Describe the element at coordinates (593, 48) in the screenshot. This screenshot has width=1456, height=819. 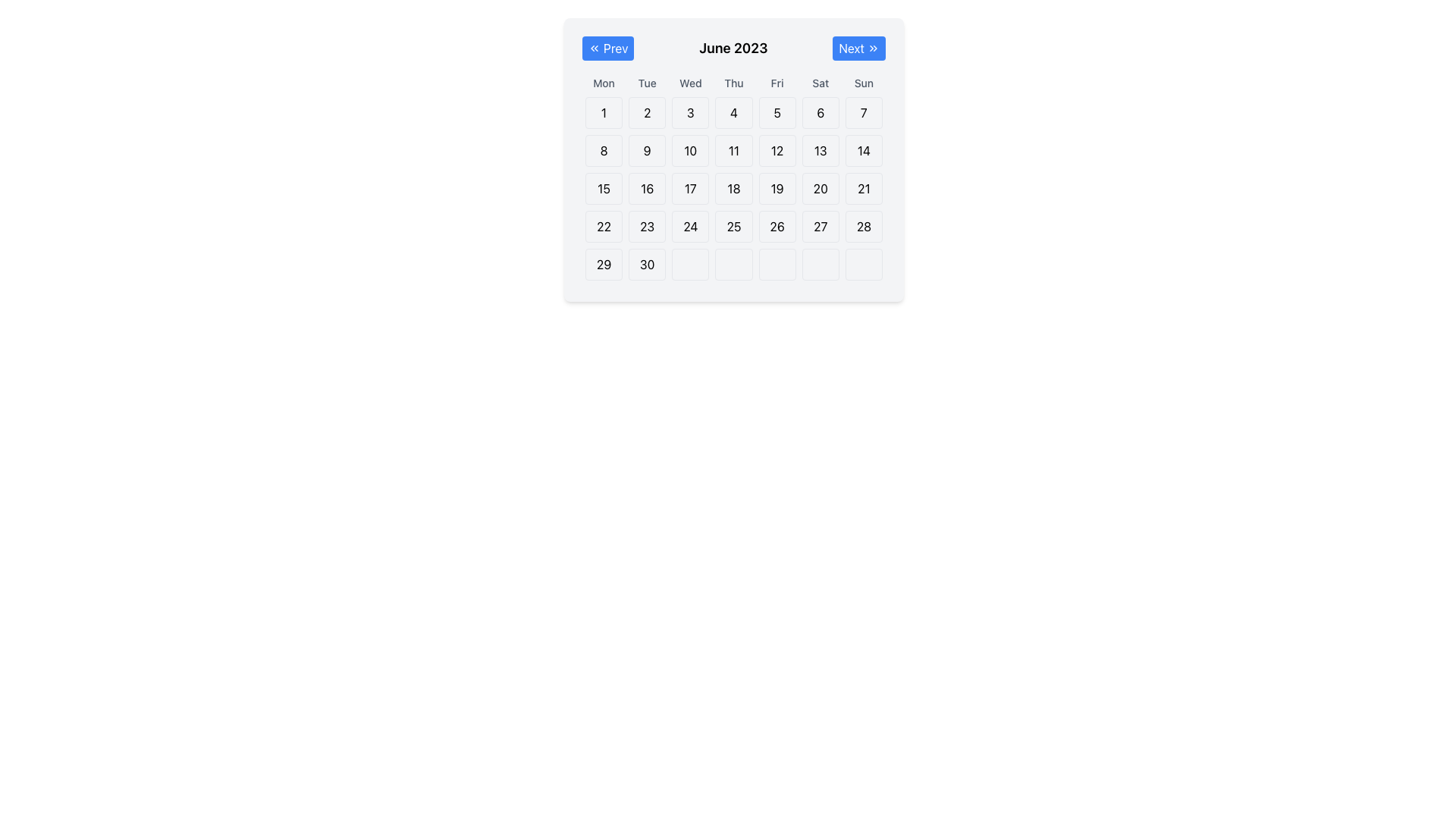
I see `the left-pointing double-chevron icon rendered in white on a blue background, which is located to the left of the 'Prev' text in the button for navigation` at that location.